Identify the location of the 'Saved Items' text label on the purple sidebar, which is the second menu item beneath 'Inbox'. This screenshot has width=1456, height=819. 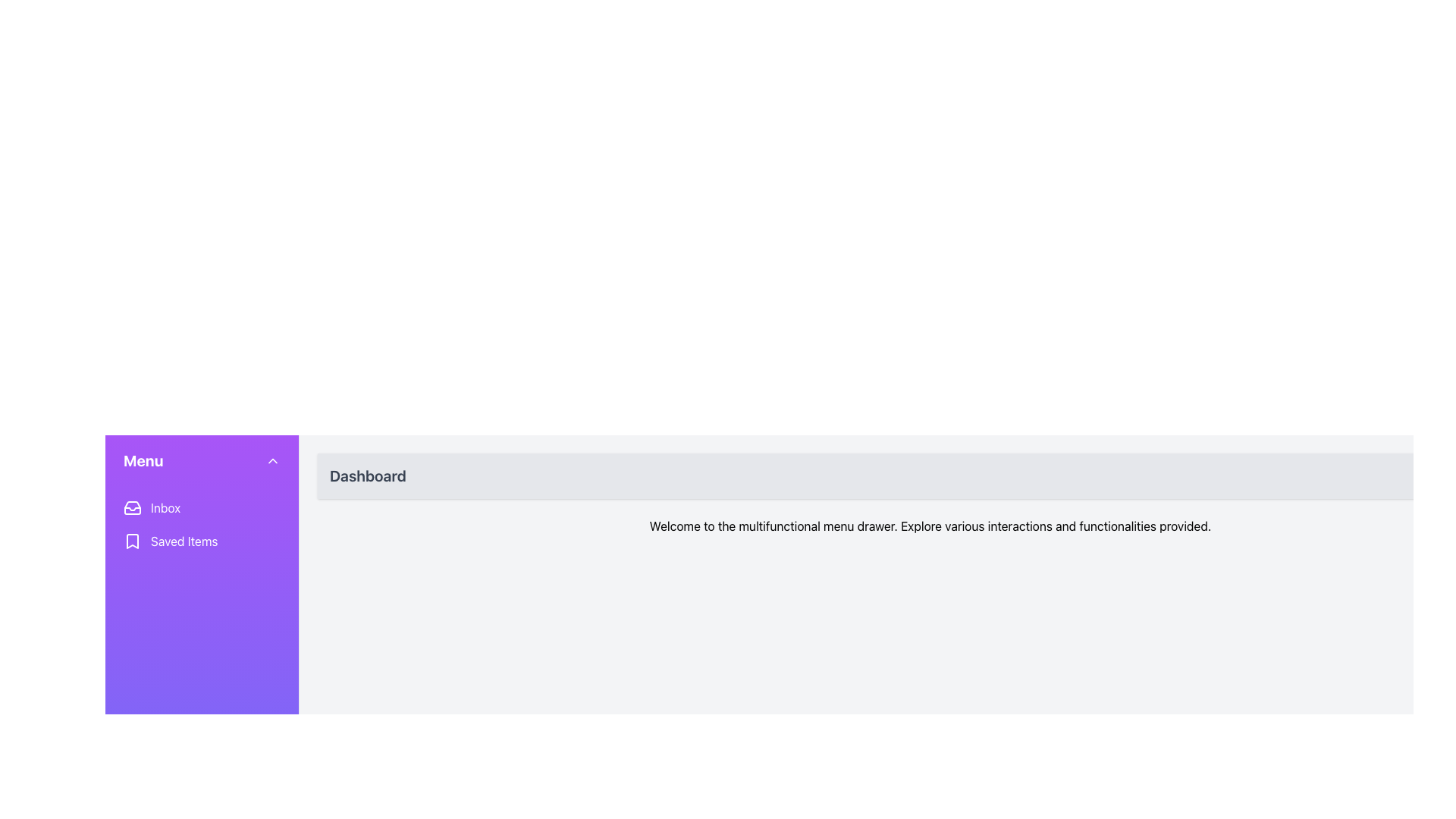
(184, 540).